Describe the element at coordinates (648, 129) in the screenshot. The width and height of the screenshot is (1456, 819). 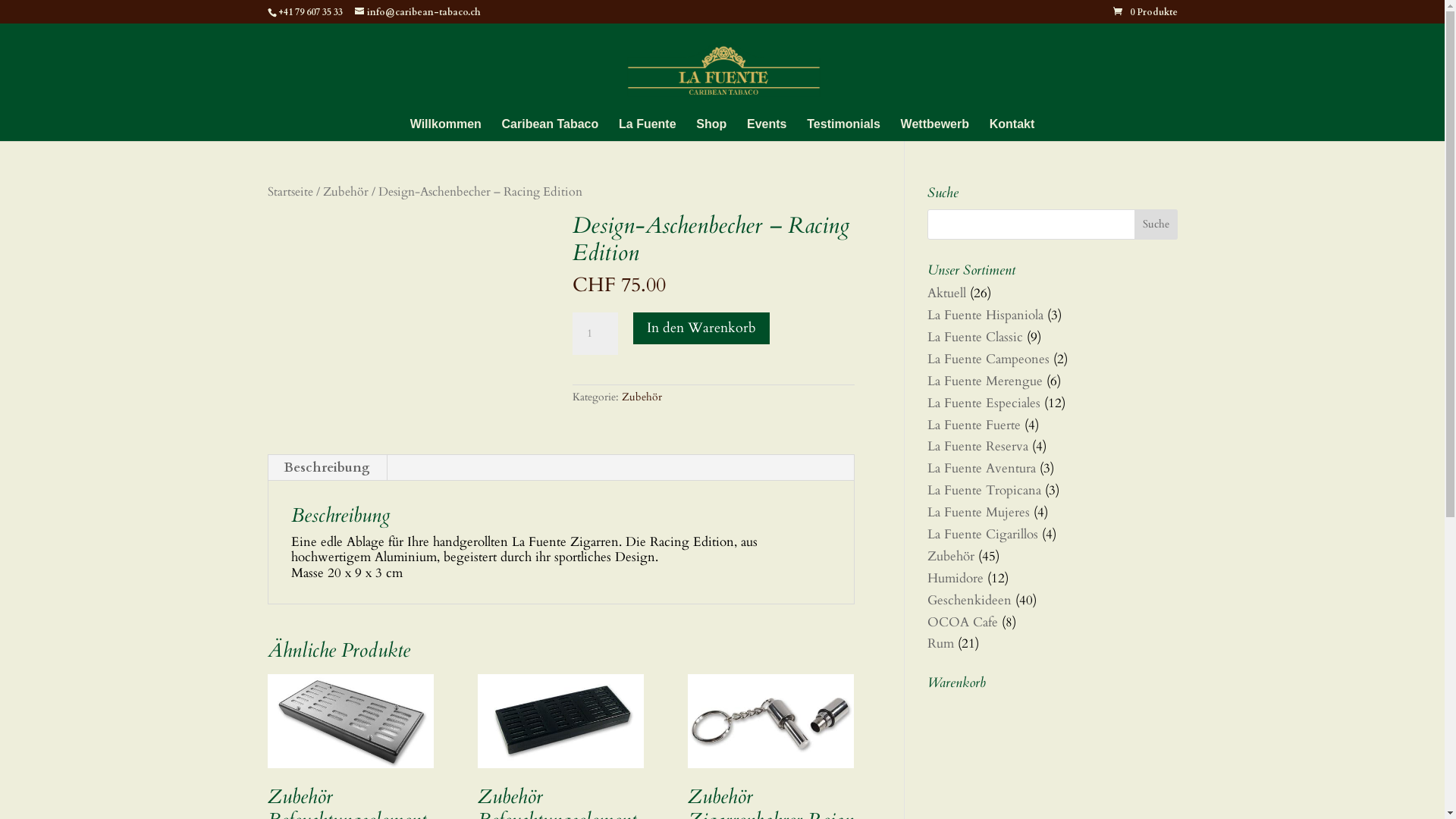
I see `'La Fuente'` at that location.